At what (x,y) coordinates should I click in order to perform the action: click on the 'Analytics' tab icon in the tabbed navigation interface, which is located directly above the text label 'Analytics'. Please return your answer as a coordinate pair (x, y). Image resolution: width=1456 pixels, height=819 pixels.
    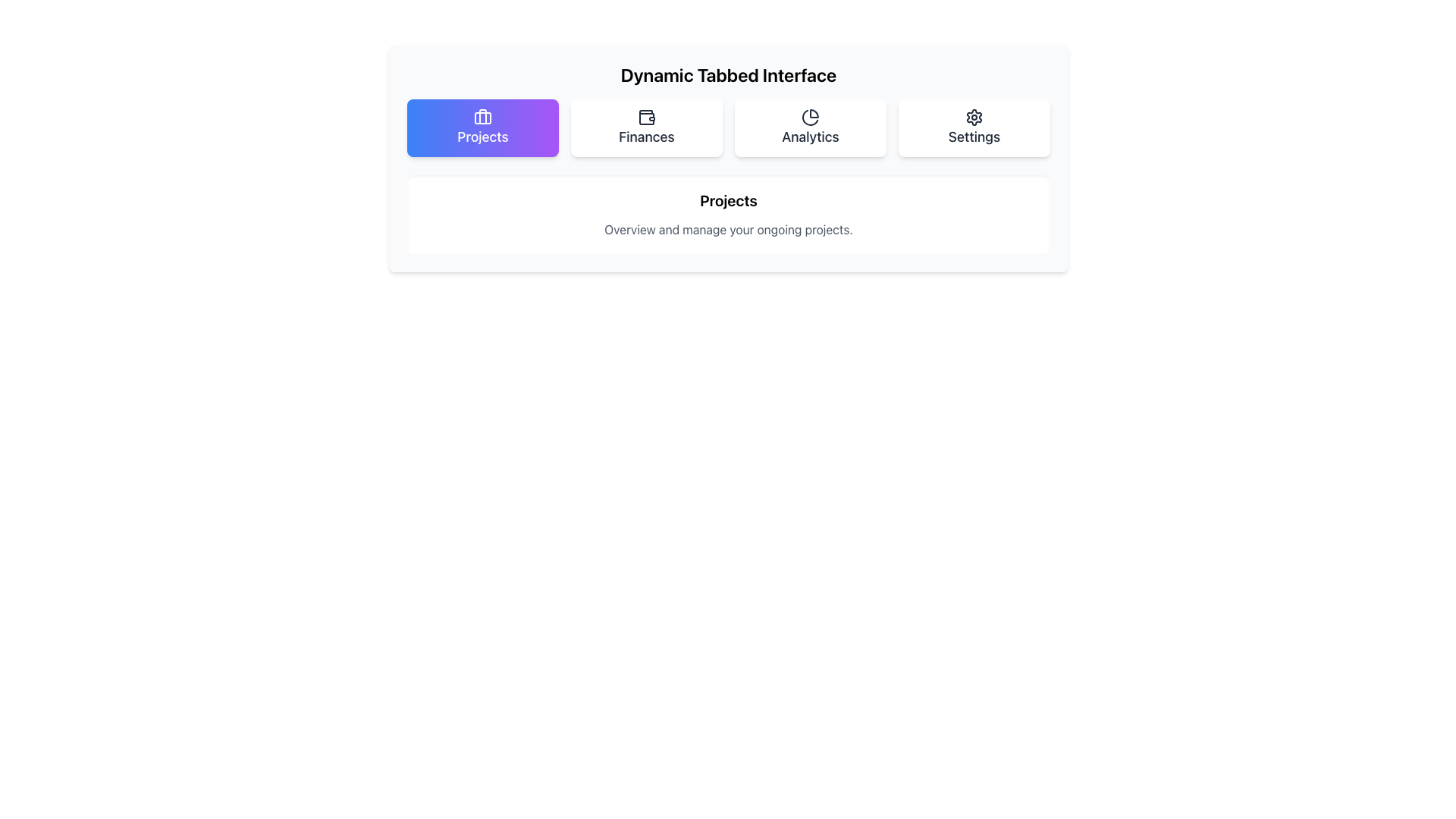
    Looking at the image, I should click on (810, 116).